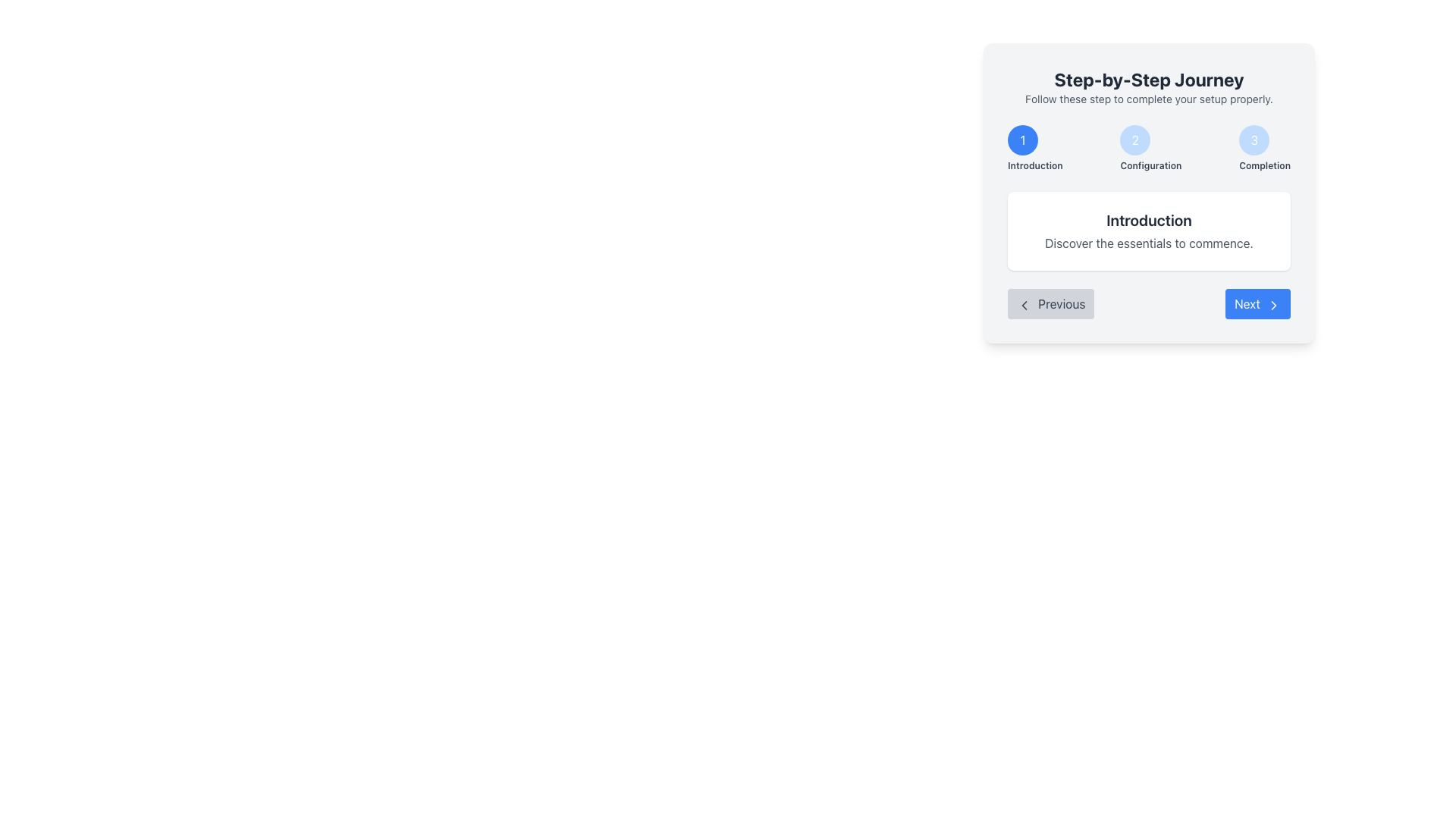 This screenshot has width=1456, height=819. I want to click on the leftward chevron-style arrow SVG icon located within the 'Previous' button of the step-by-step navigation card, so click(1024, 304).